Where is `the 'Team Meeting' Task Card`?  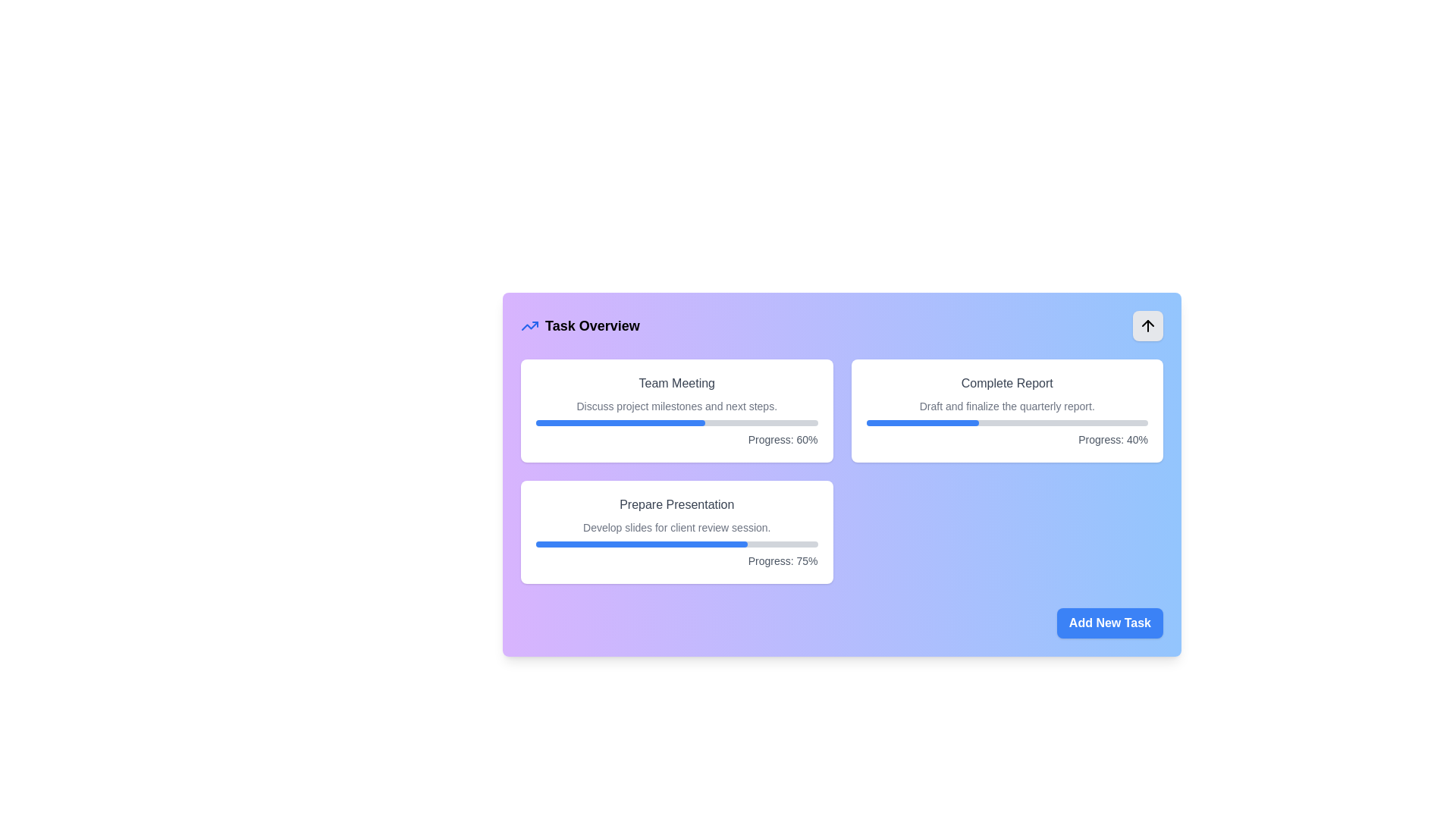 the 'Team Meeting' Task Card is located at coordinates (676, 411).